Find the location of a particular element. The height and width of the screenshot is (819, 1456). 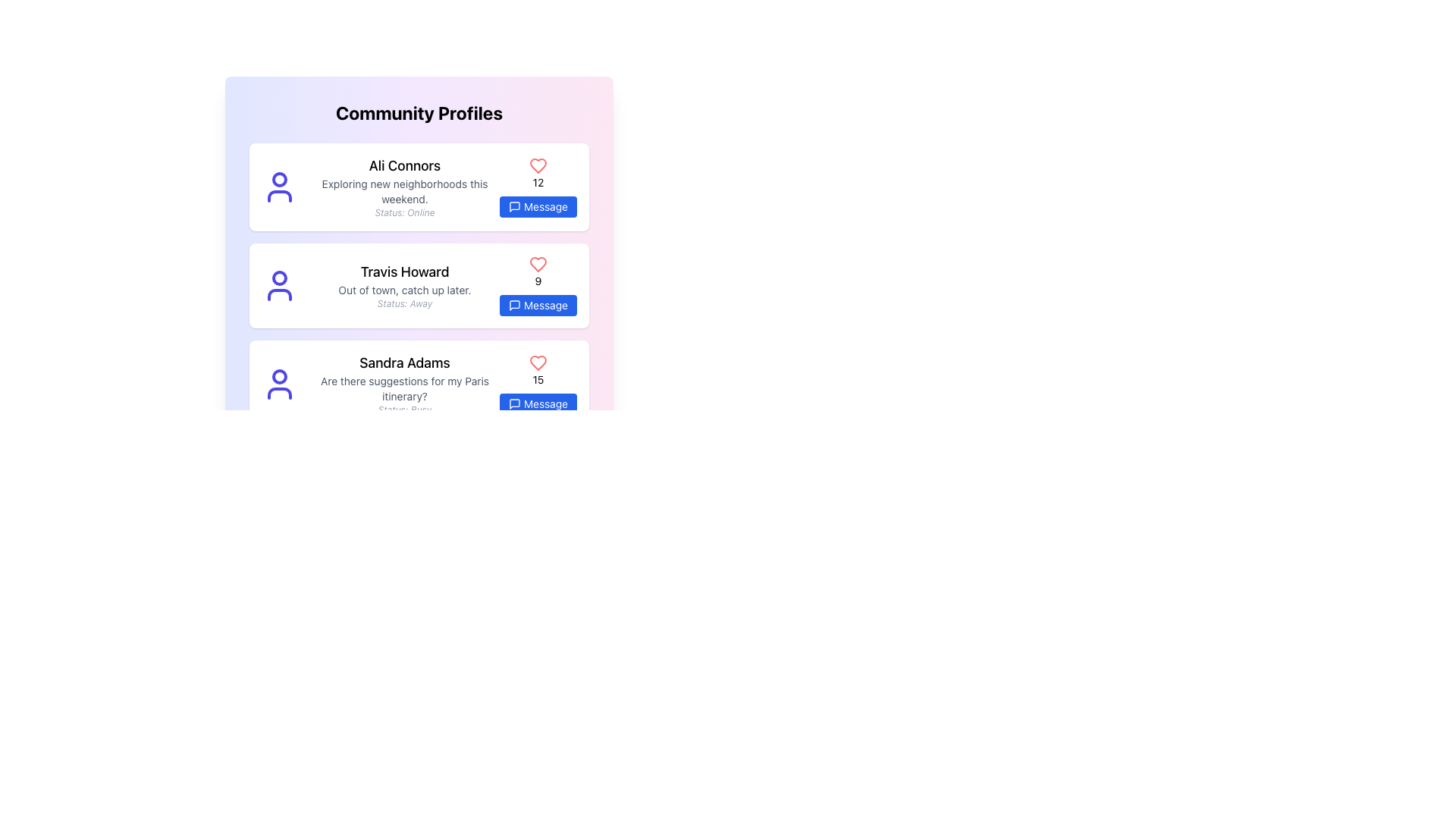

the static text label indicating the online status of 'Ali Connors', which is located below the text 'Exploring new neighborhoods this weekend.' is located at coordinates (404, 213).